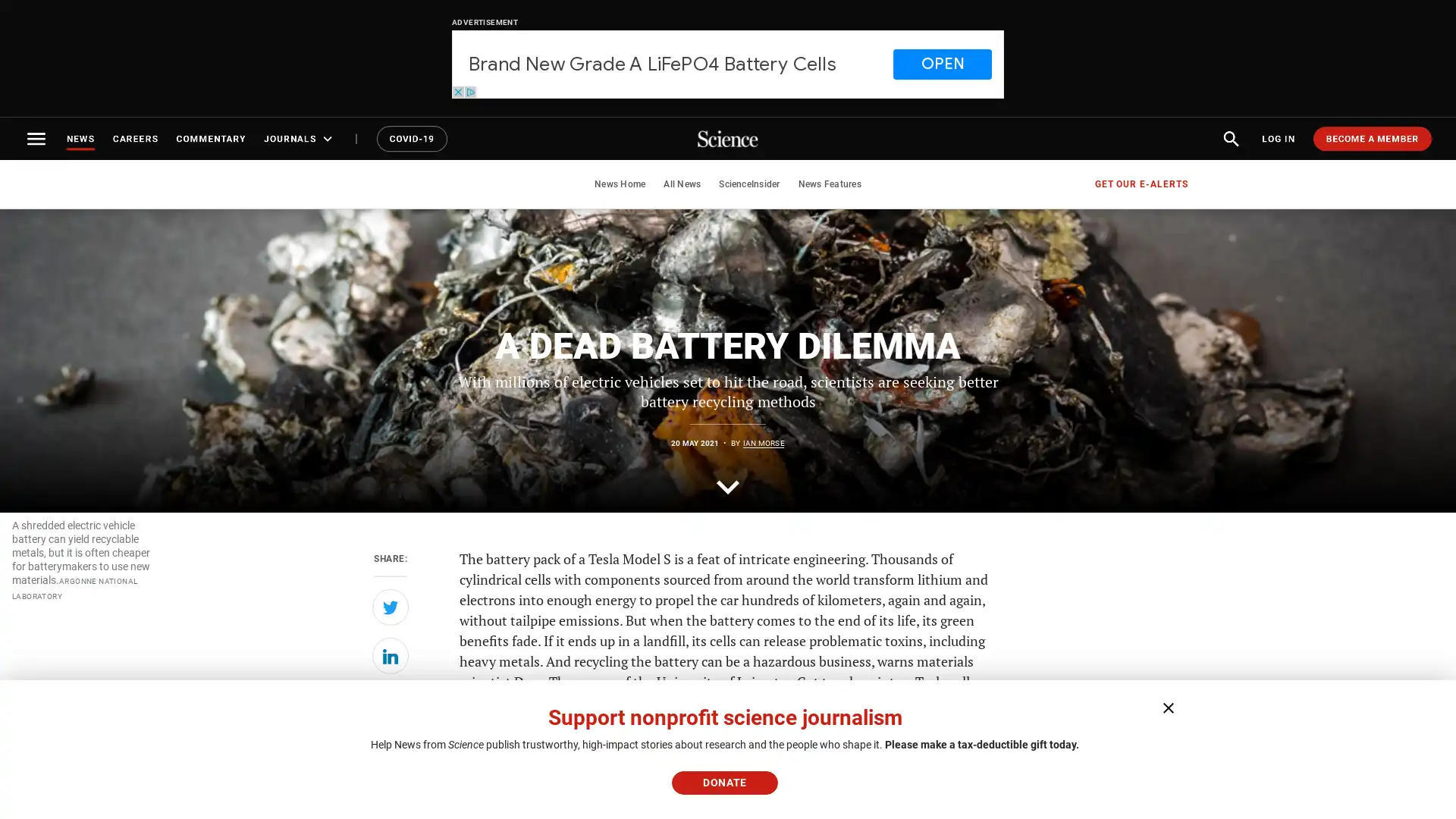  What do you see at coordinates (300, 138) in the screenshot?
I see `JOURNALS` at bounding box center [300, 138].